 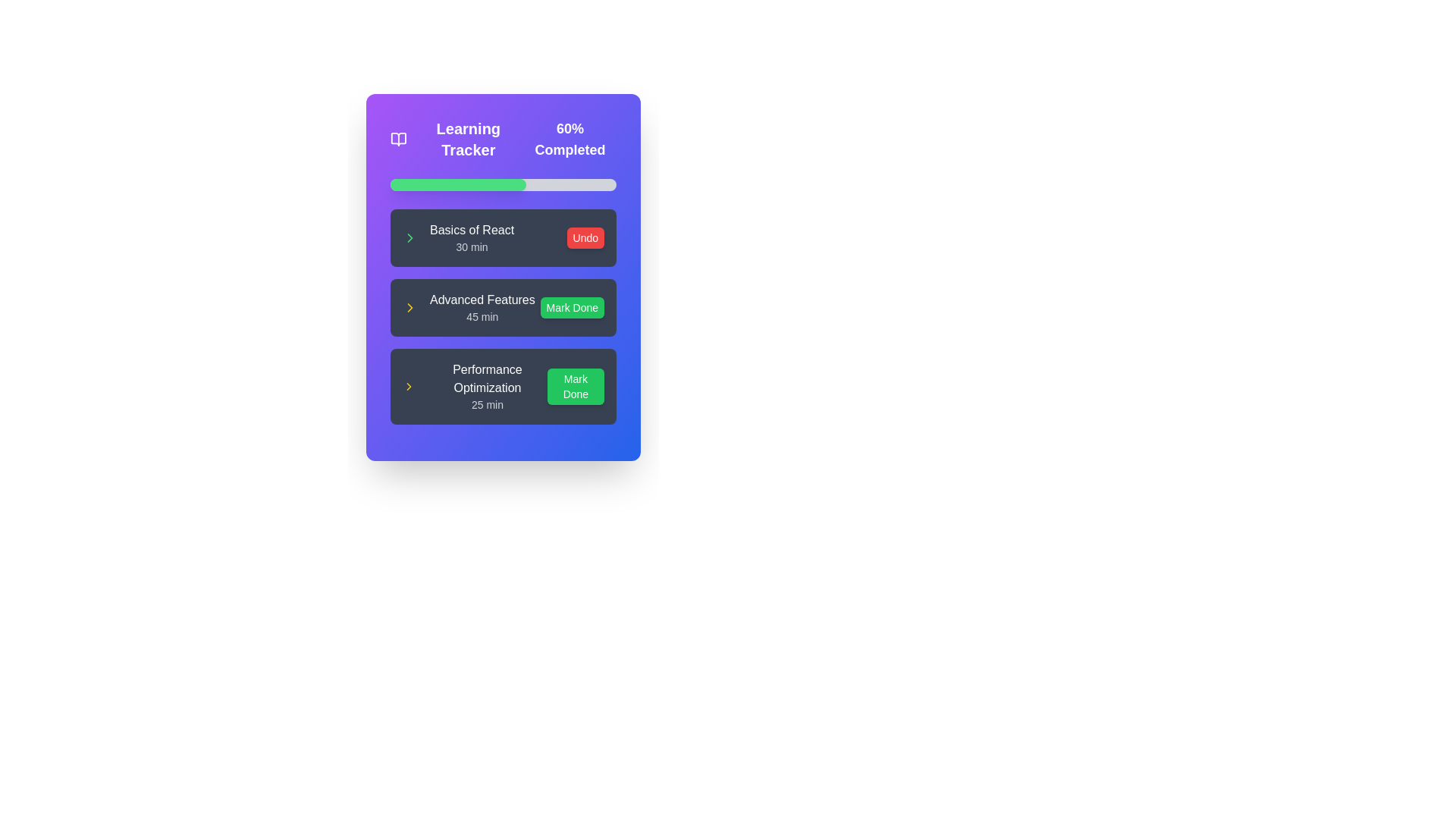 I want to click on the informative label displaying the name and duration of a course or task, located in the topmost card of a vertically stacked card list, adjacent to the 'Undo' button, so click(x=457, y=237).